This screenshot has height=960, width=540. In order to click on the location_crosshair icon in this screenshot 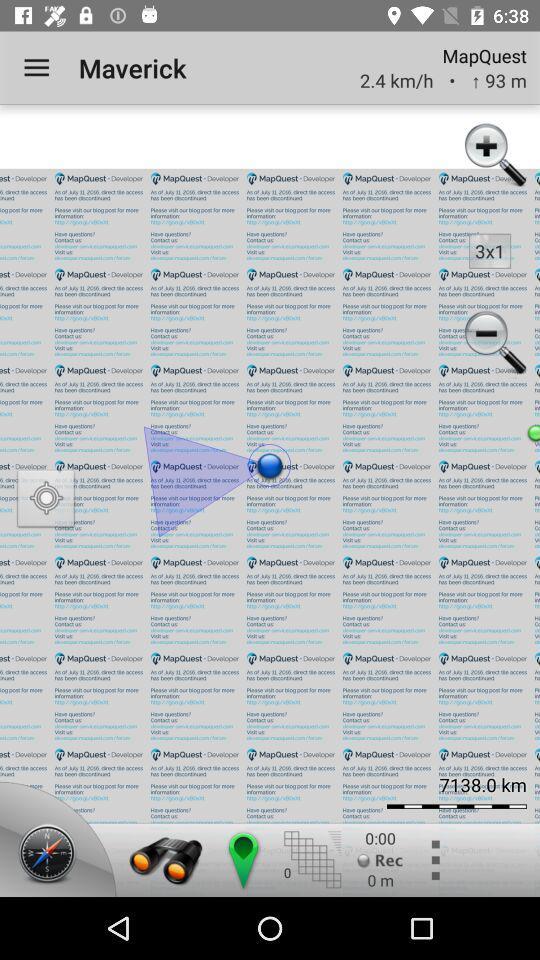, I will do `click(46, 500)`.